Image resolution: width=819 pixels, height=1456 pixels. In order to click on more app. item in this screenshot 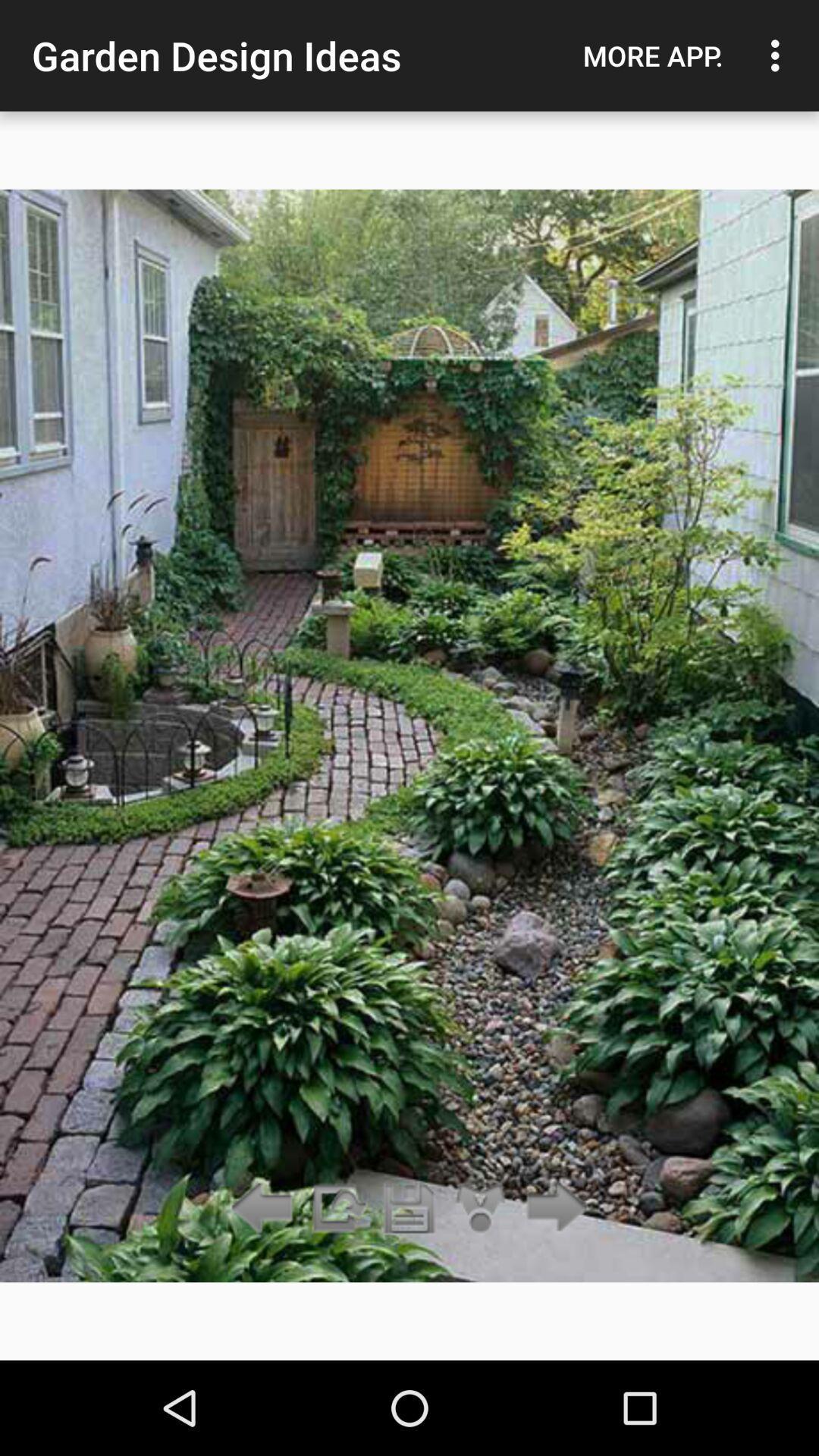, I will do `click(652, 55)`.